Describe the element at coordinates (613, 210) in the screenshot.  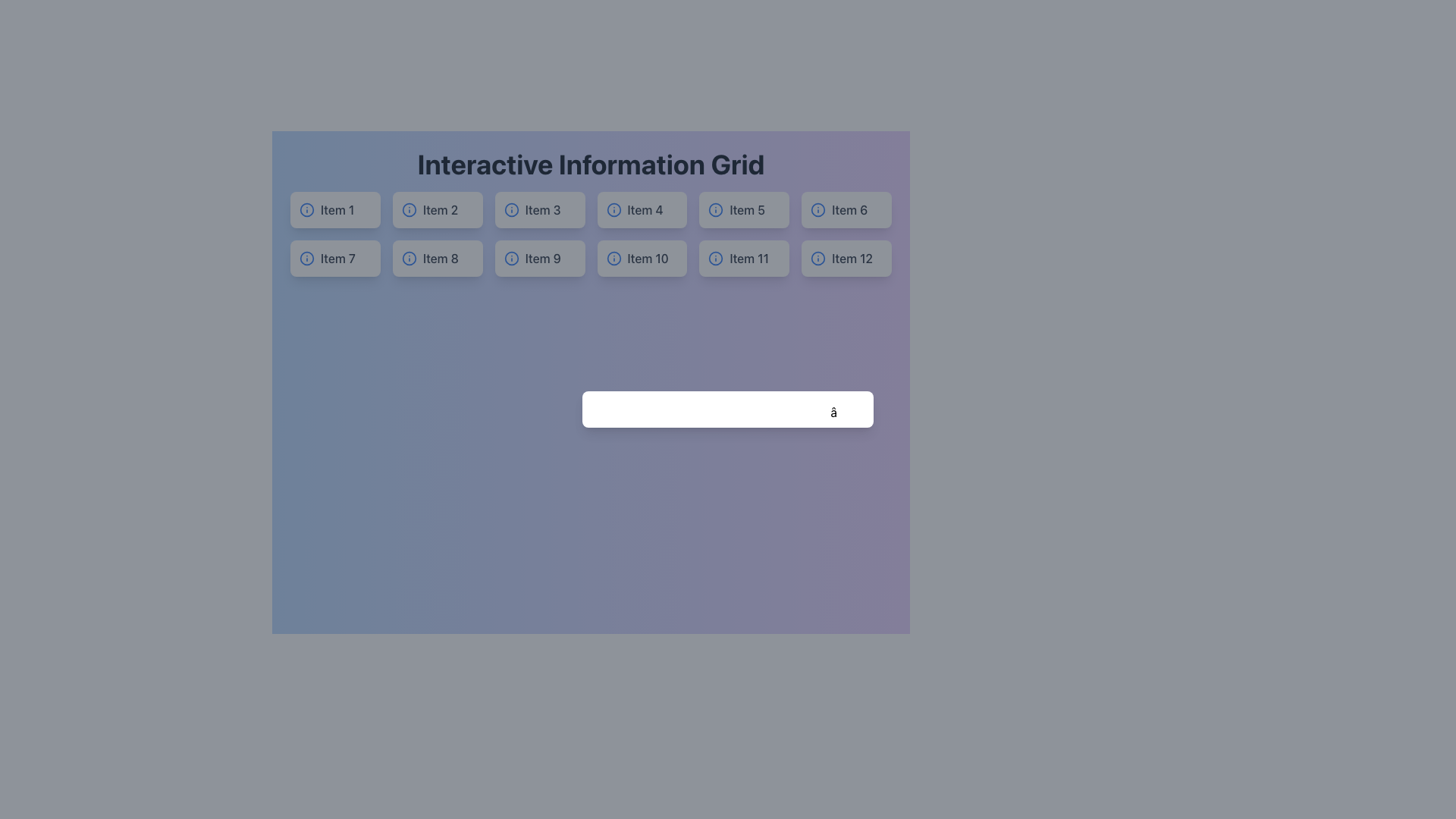
I see `the circular blue outlined icon with a centered 'i' representing an informational indicator, located to the left of the label text in the 'Item 4' tile, to trigger a tooltip` at that location.